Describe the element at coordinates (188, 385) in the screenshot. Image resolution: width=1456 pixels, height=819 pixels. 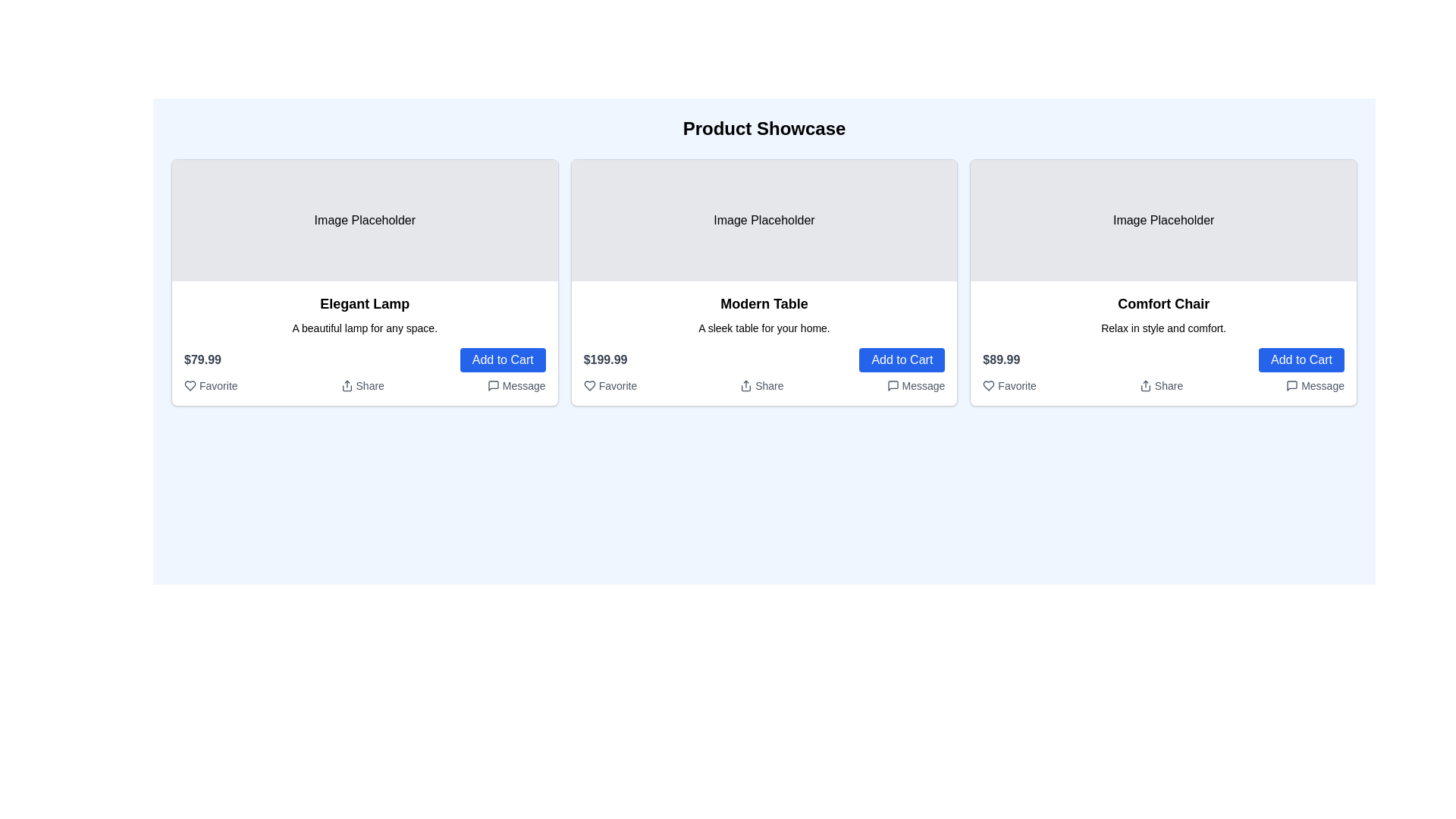
I see `the 'Favorite' button located at the bottom section of the leftmost product card to mark the associated product as a favorite` at that location.